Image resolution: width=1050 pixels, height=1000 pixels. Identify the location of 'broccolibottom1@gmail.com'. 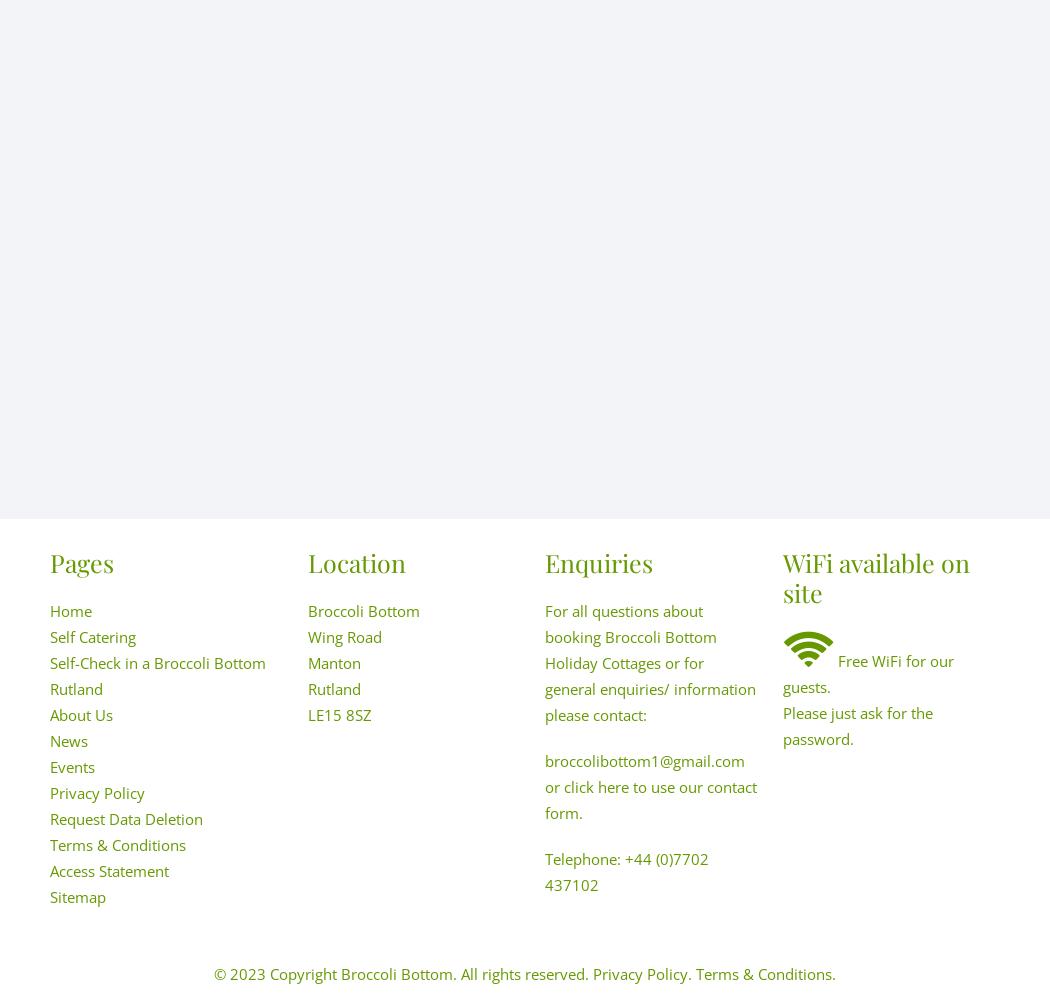
(644, 761).